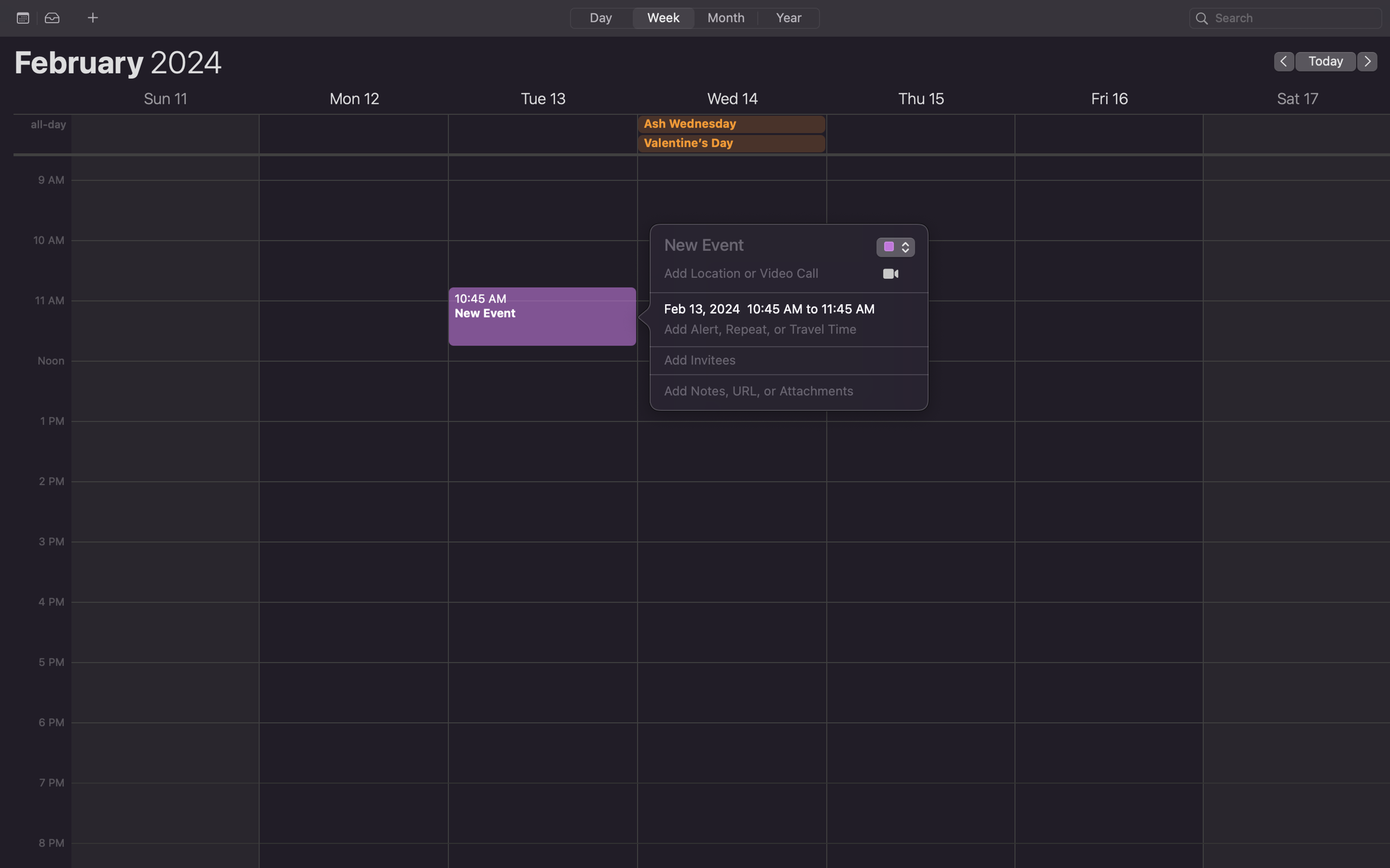  Describe the element at coordinates (776, 392) in the screenshot. I see `a reminder to attendees to carry their laptops for the meeting presentation` at that location.